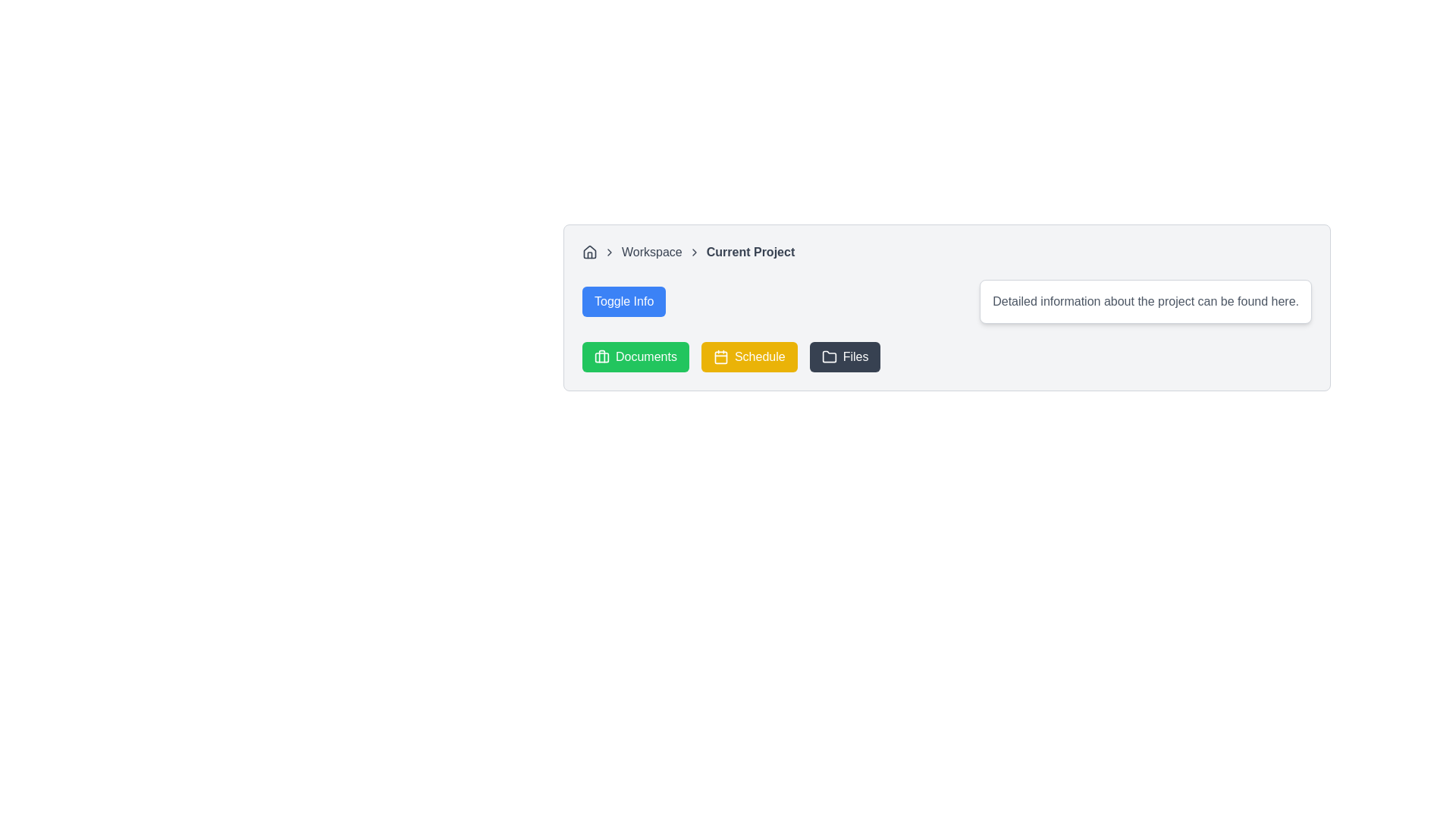 This screenshot has width=1456, height=819. What do you see at coordinates (651, 251) in the screenshot?
I see `the 'Workspace' text-based navigation label in the breadcrumb navigation bar` at bounding box center [651, 251].